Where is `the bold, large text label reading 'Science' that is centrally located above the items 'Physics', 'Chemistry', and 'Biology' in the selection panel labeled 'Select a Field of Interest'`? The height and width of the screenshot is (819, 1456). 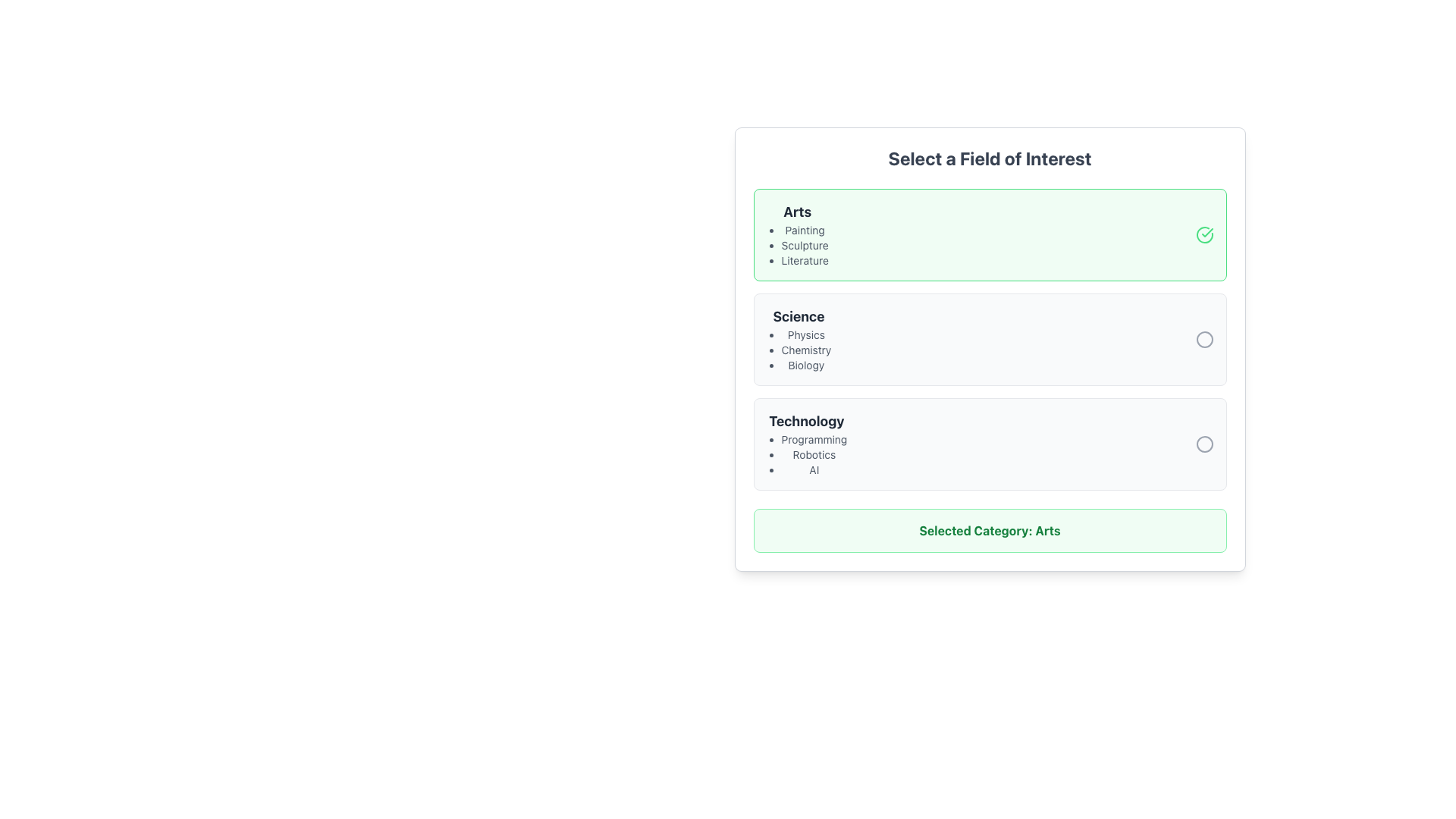
the bold, large text label reading 'Science' that is centrally located above the items 'Physics', 'Chemistry', and 'Biology' in the selection panel labeled 'Select a Field of Interest' is located at coordinates (798, 315).